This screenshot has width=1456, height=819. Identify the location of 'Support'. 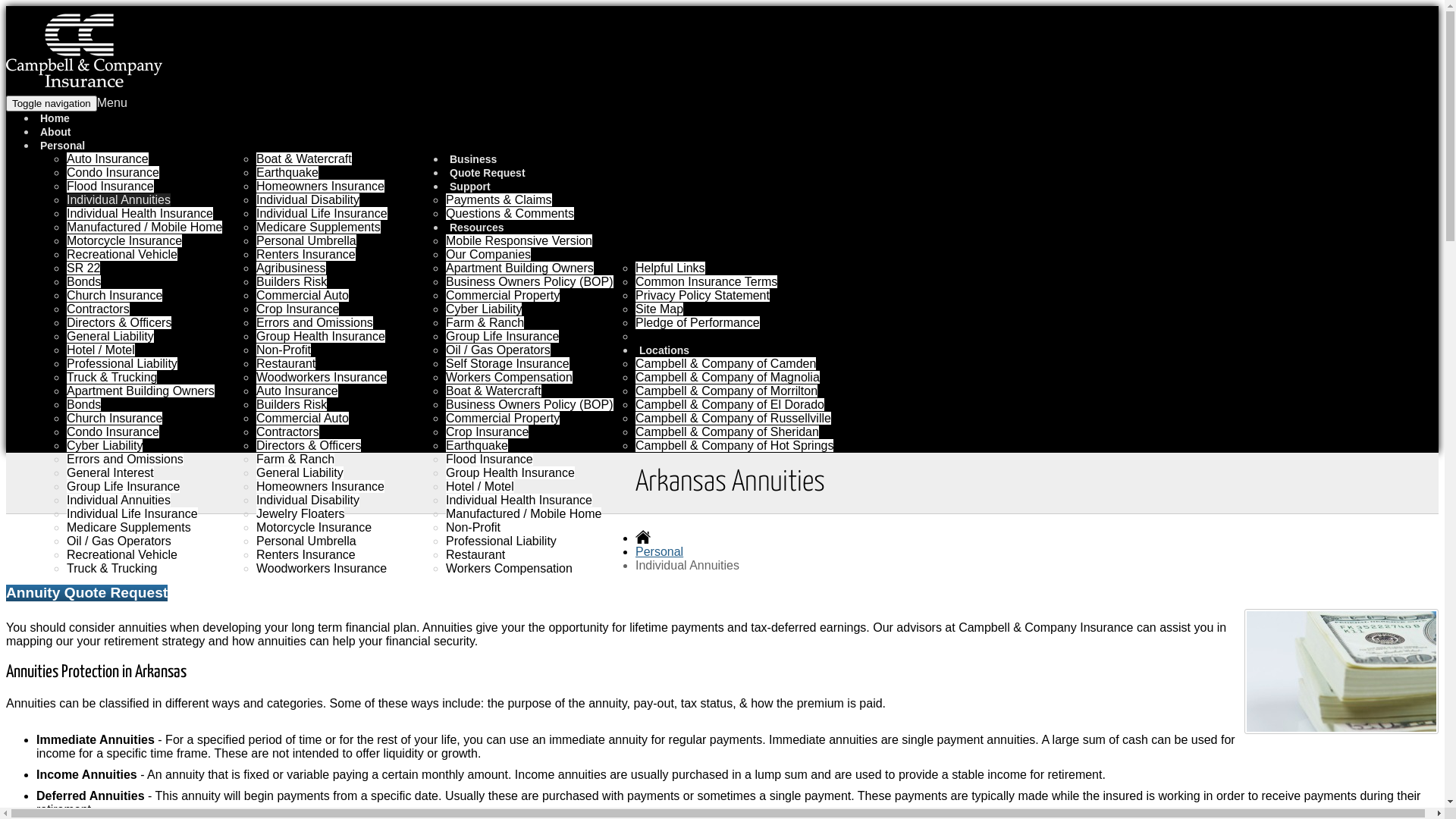
(471, 186).